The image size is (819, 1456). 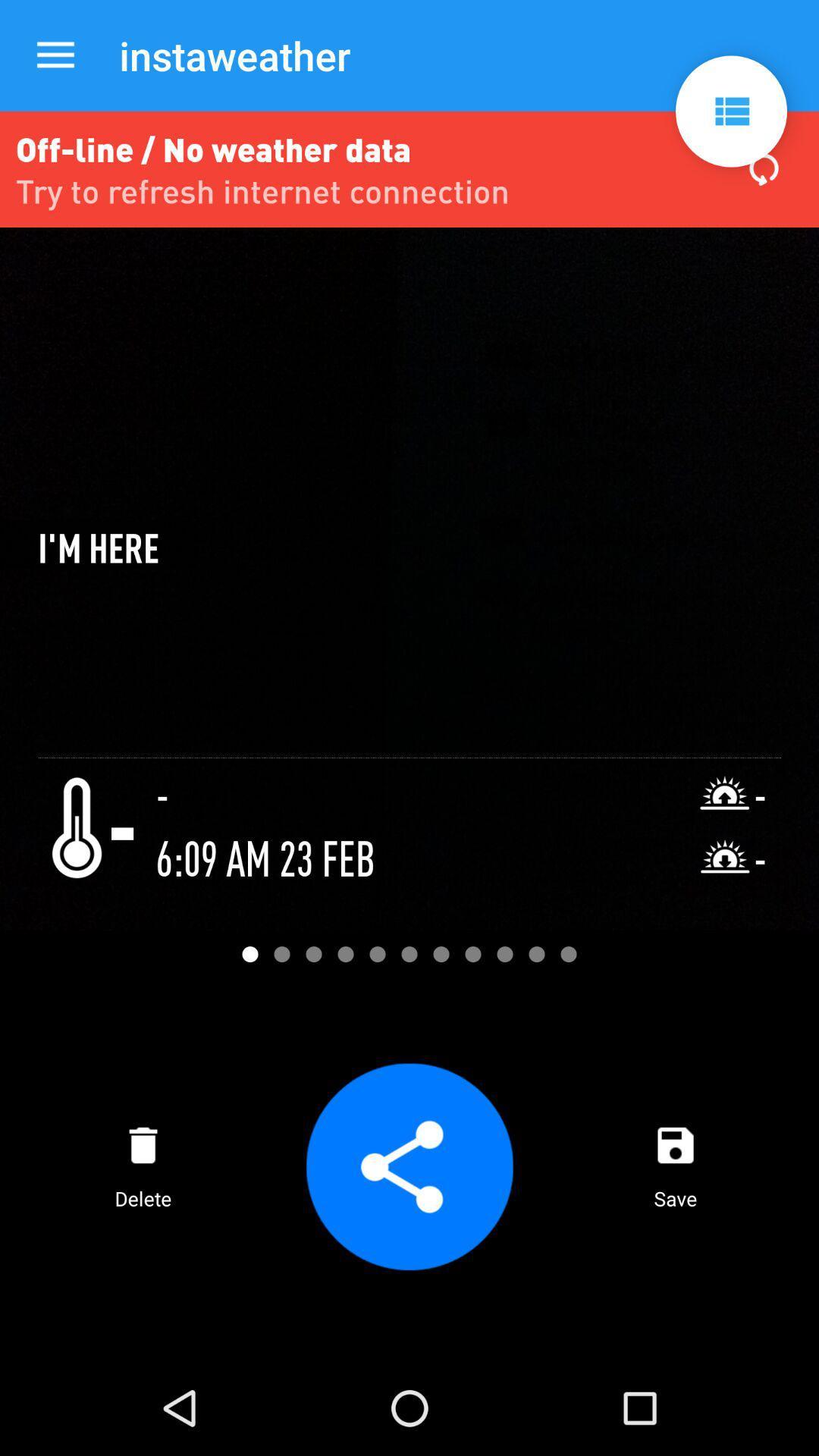 I want to click on the app next to instaweather icon, so click(x=55, y=55).